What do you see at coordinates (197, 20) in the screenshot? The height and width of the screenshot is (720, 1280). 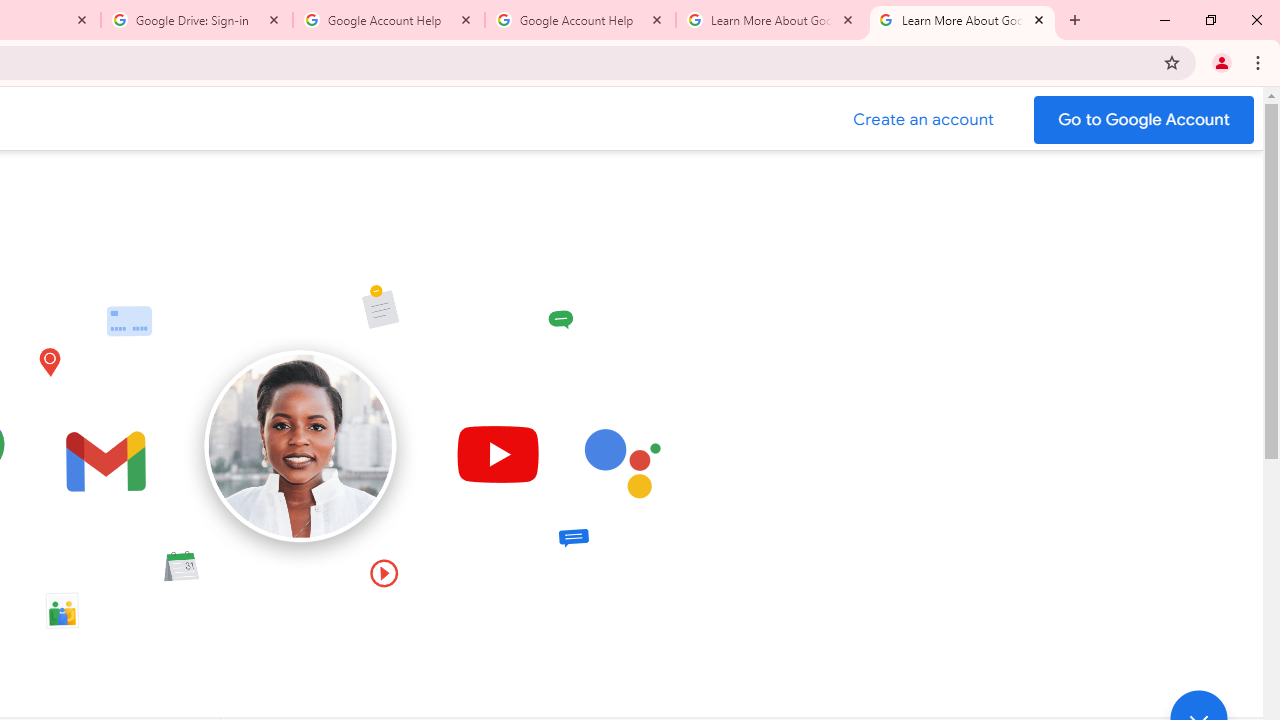 I see `'Google Drive: Sign-in'` at bounding box center [197, 20].